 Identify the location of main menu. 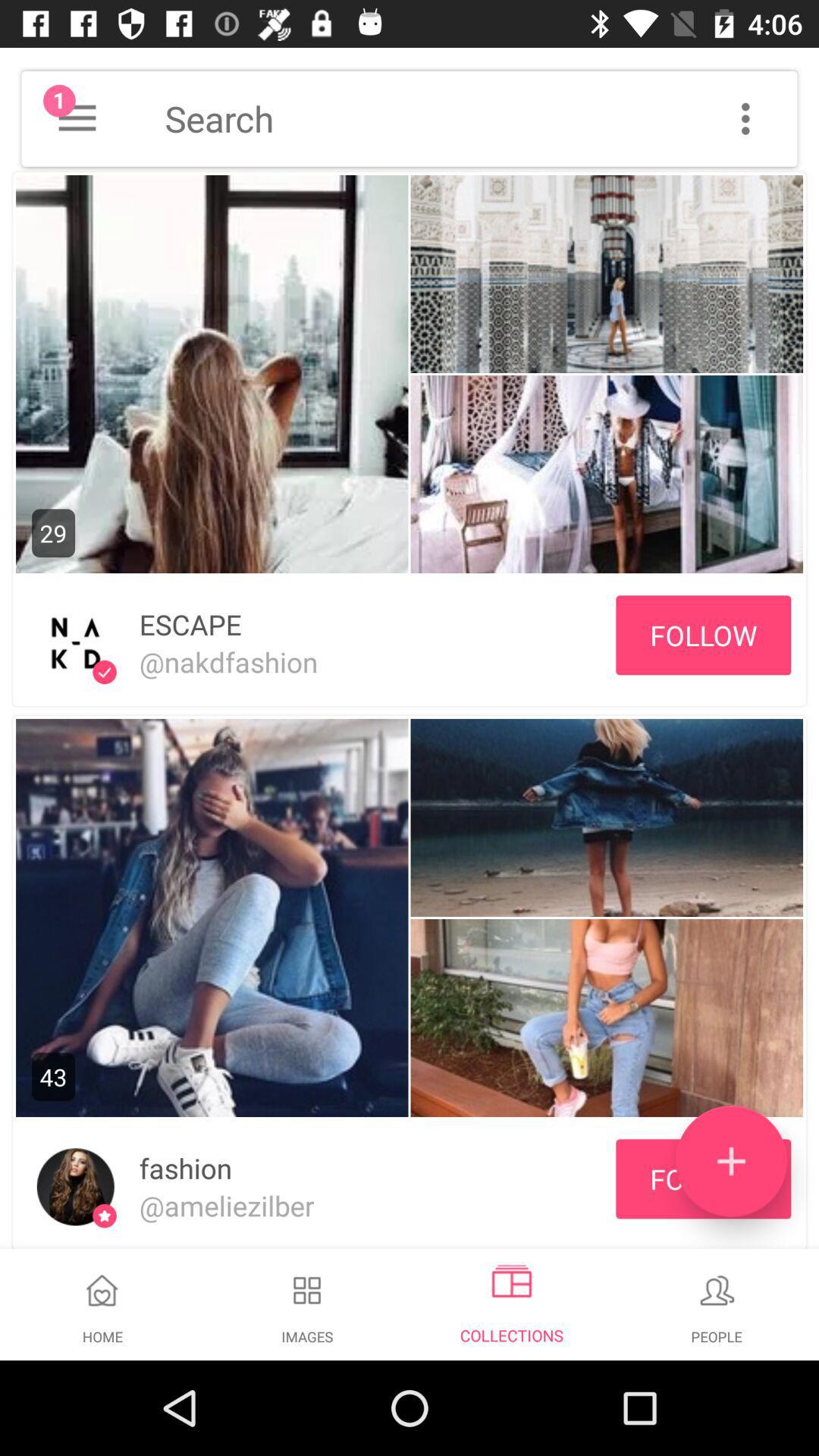
(77, 118).